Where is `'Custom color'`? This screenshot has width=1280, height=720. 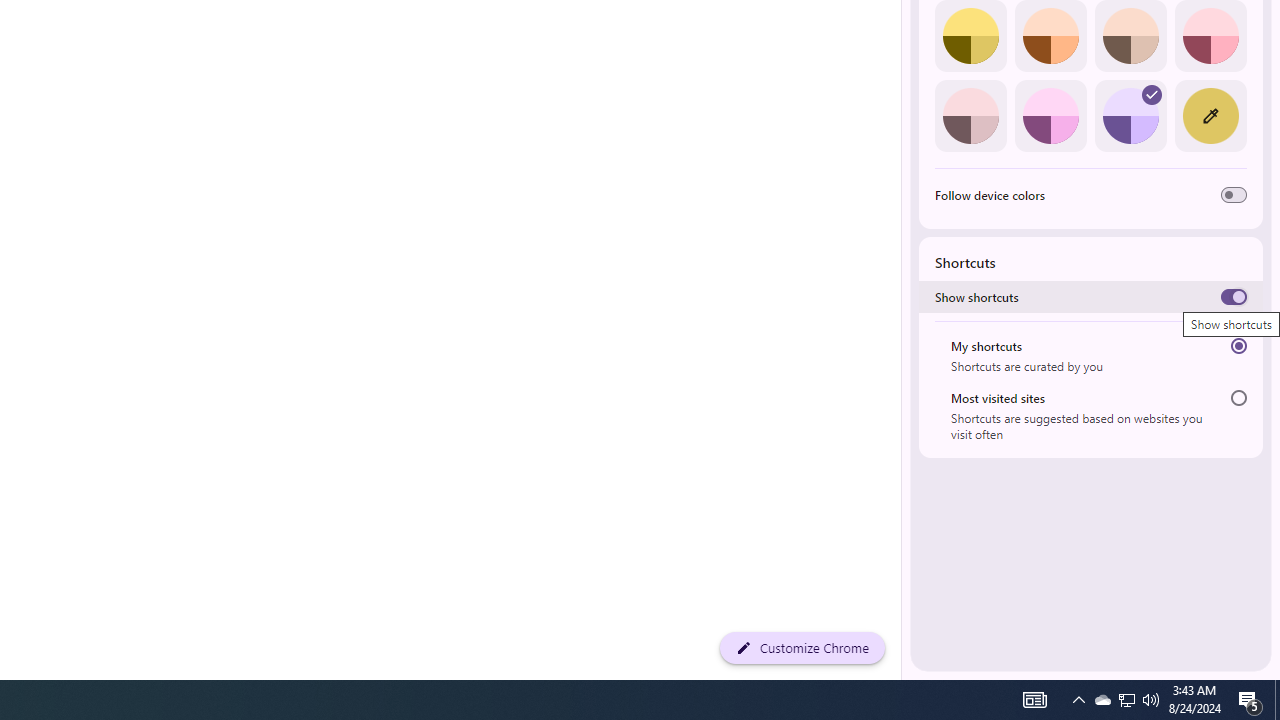 'Custom color' is located at coordinates (1209, 115).